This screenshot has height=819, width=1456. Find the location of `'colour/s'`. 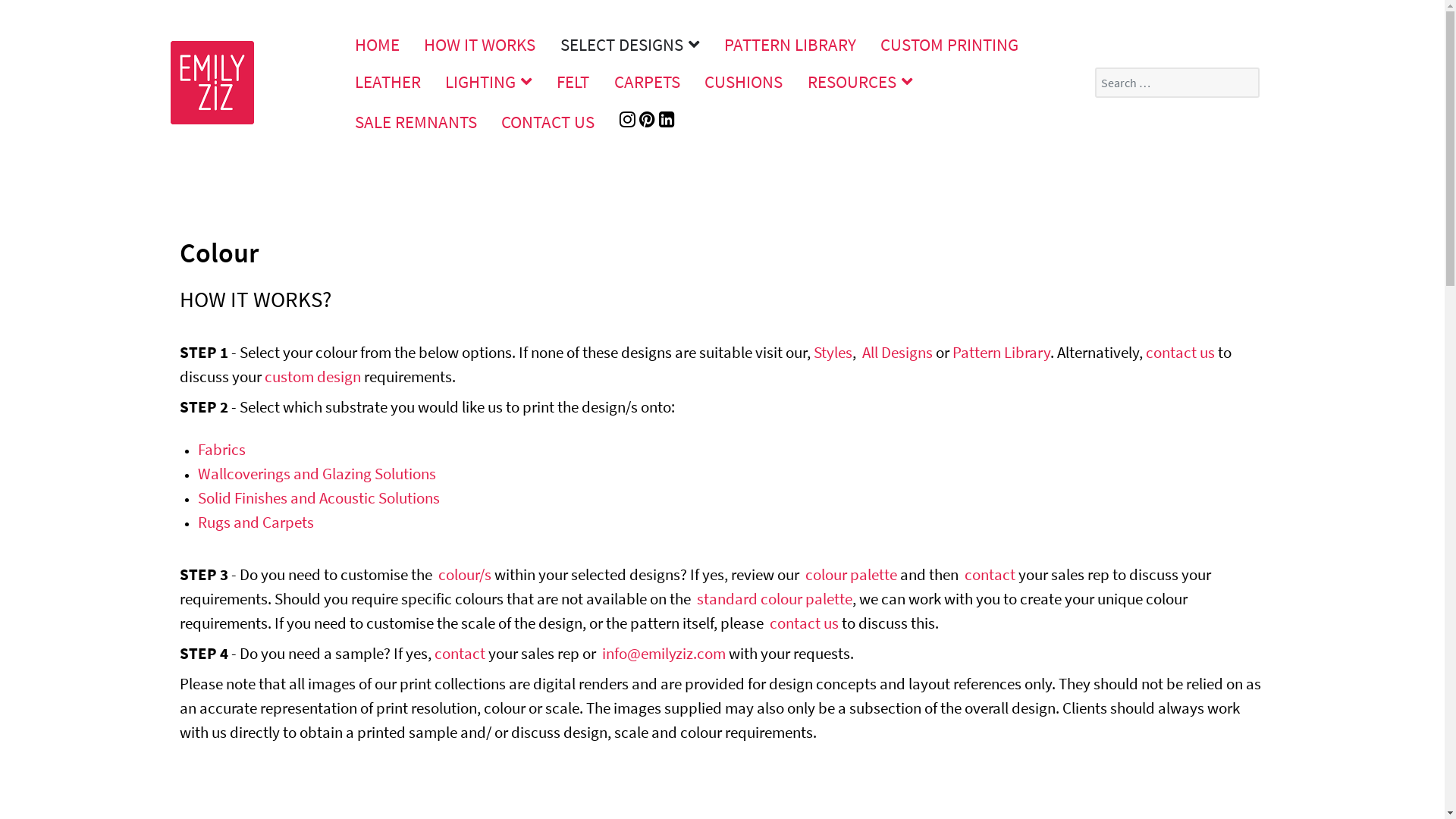

'colour/s' is located at coordinates (464, 574).